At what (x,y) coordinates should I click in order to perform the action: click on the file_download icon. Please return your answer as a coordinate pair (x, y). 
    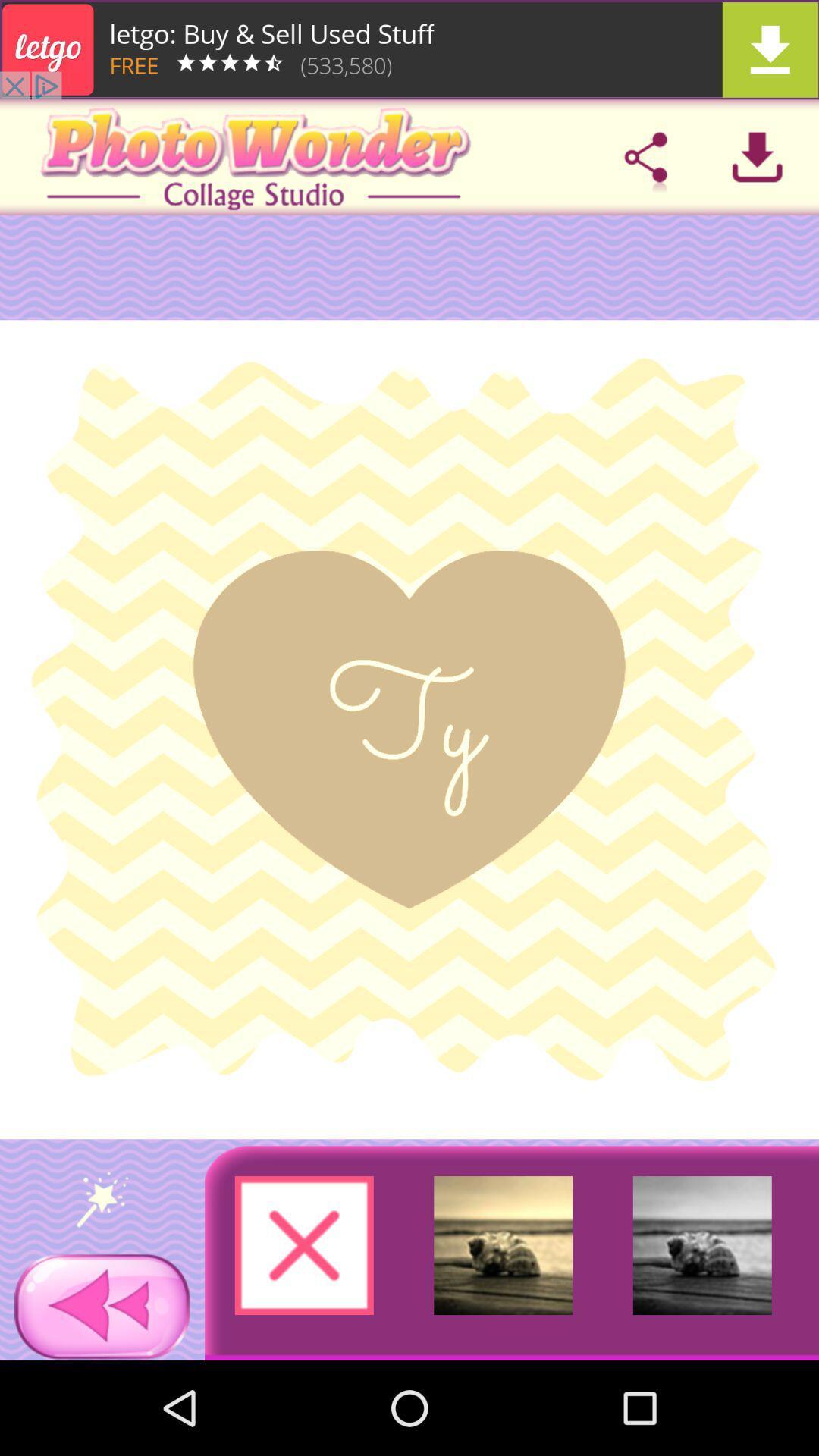
    Looking at the image, I should click on (757, 157).